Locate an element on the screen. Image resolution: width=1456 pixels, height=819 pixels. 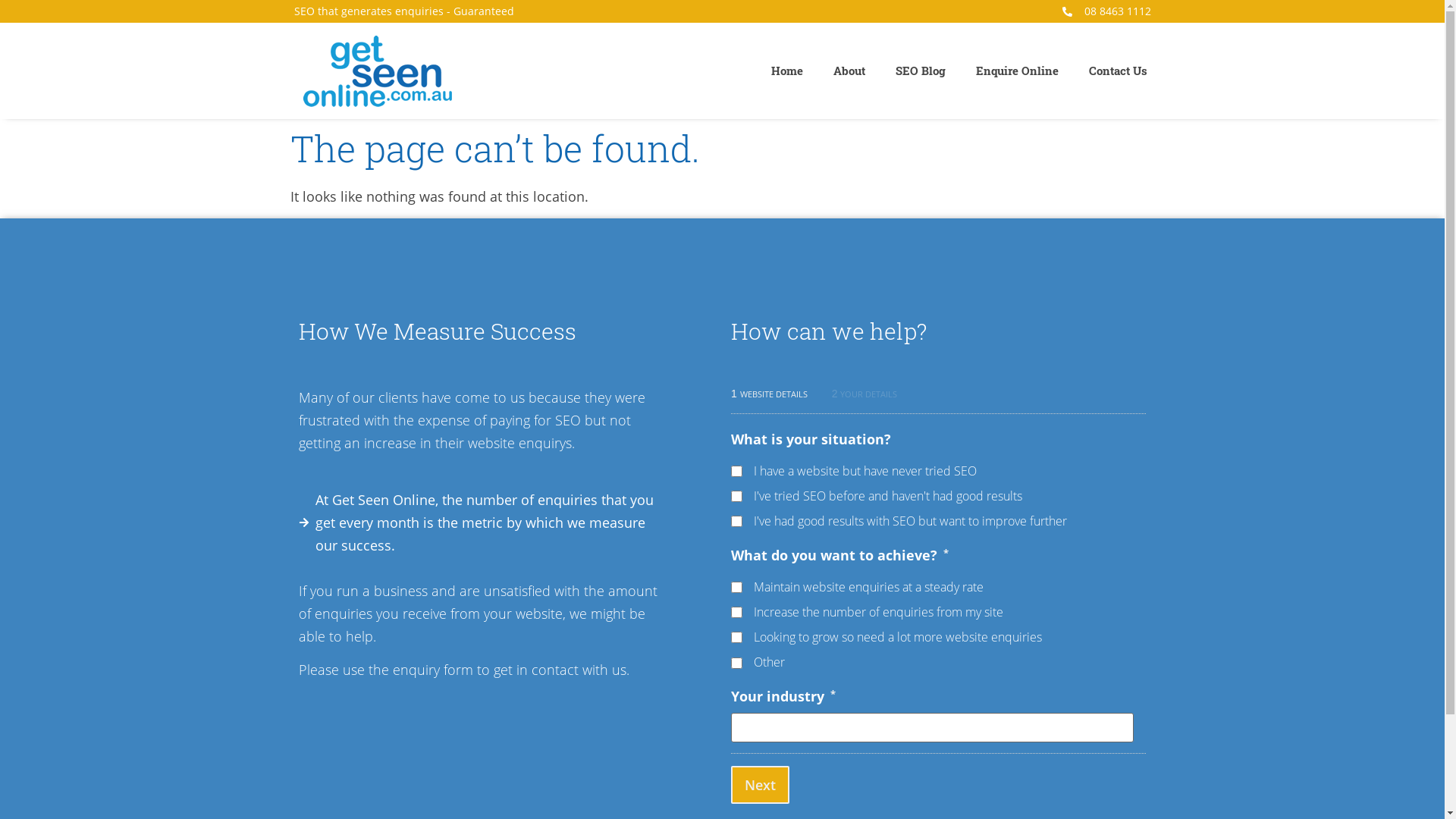
'Enquire Online' is located at coordinates (1016, 71).